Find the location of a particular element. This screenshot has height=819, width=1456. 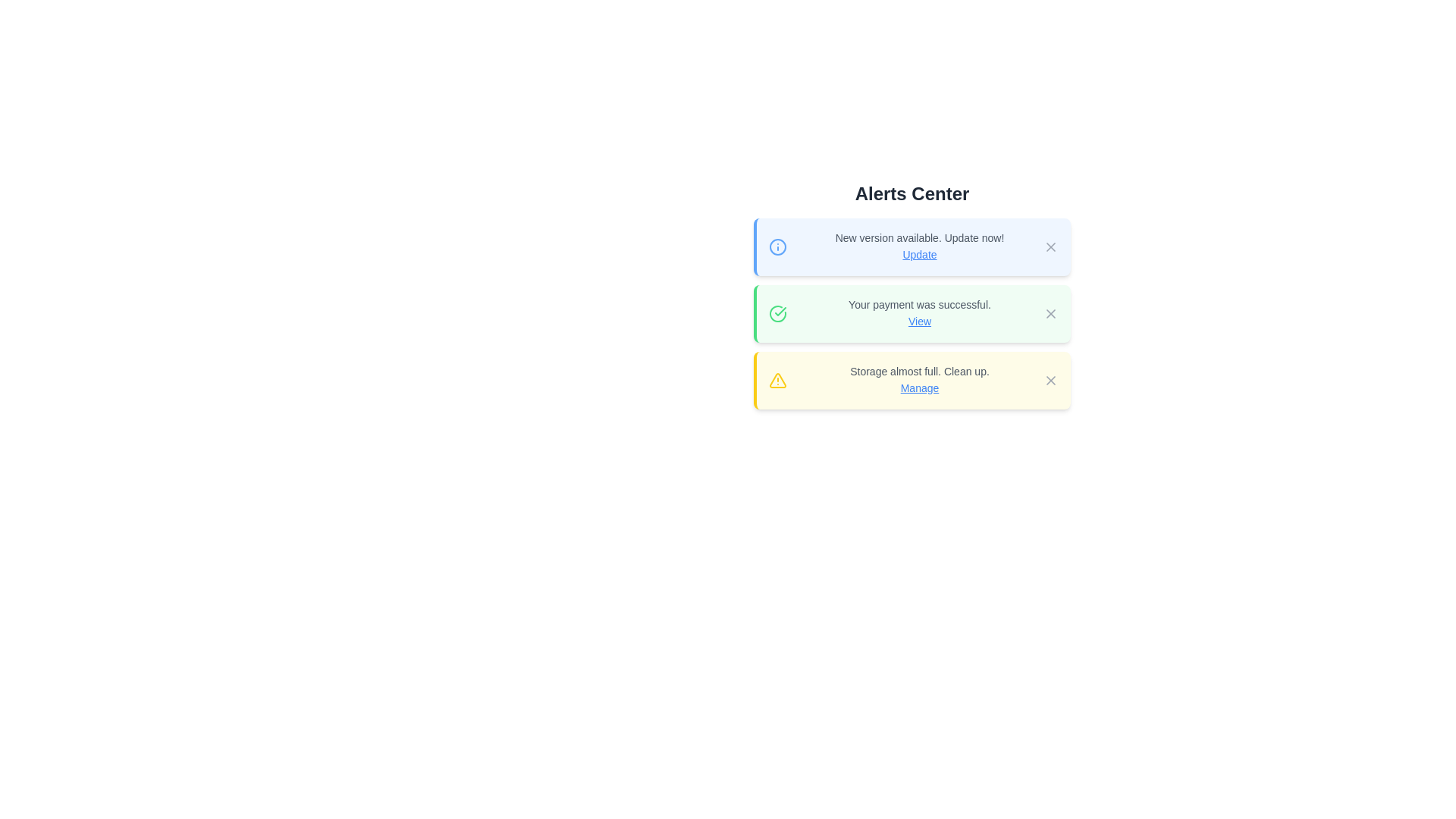

notification message displaying 'New version available. Update now!' with an interactive link labeled 'Update' in the Alerts Center interface is located at coordinates (919, 246).